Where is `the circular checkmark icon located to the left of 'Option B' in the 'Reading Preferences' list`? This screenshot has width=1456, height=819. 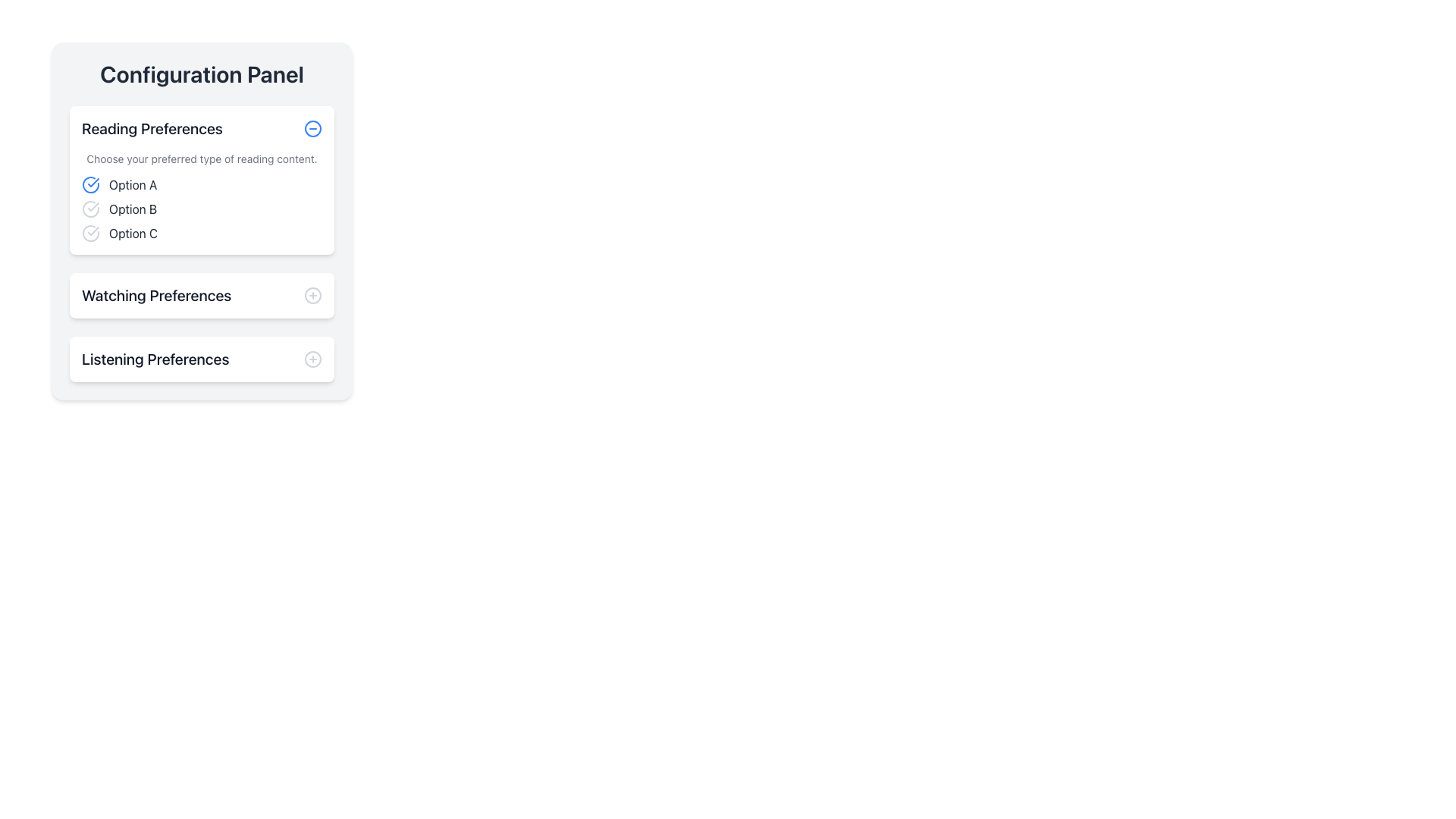 the circular checkmark icon located to the left of 'Option B' in the 'Reading Preferences' list is located at coordinates (90, 209).